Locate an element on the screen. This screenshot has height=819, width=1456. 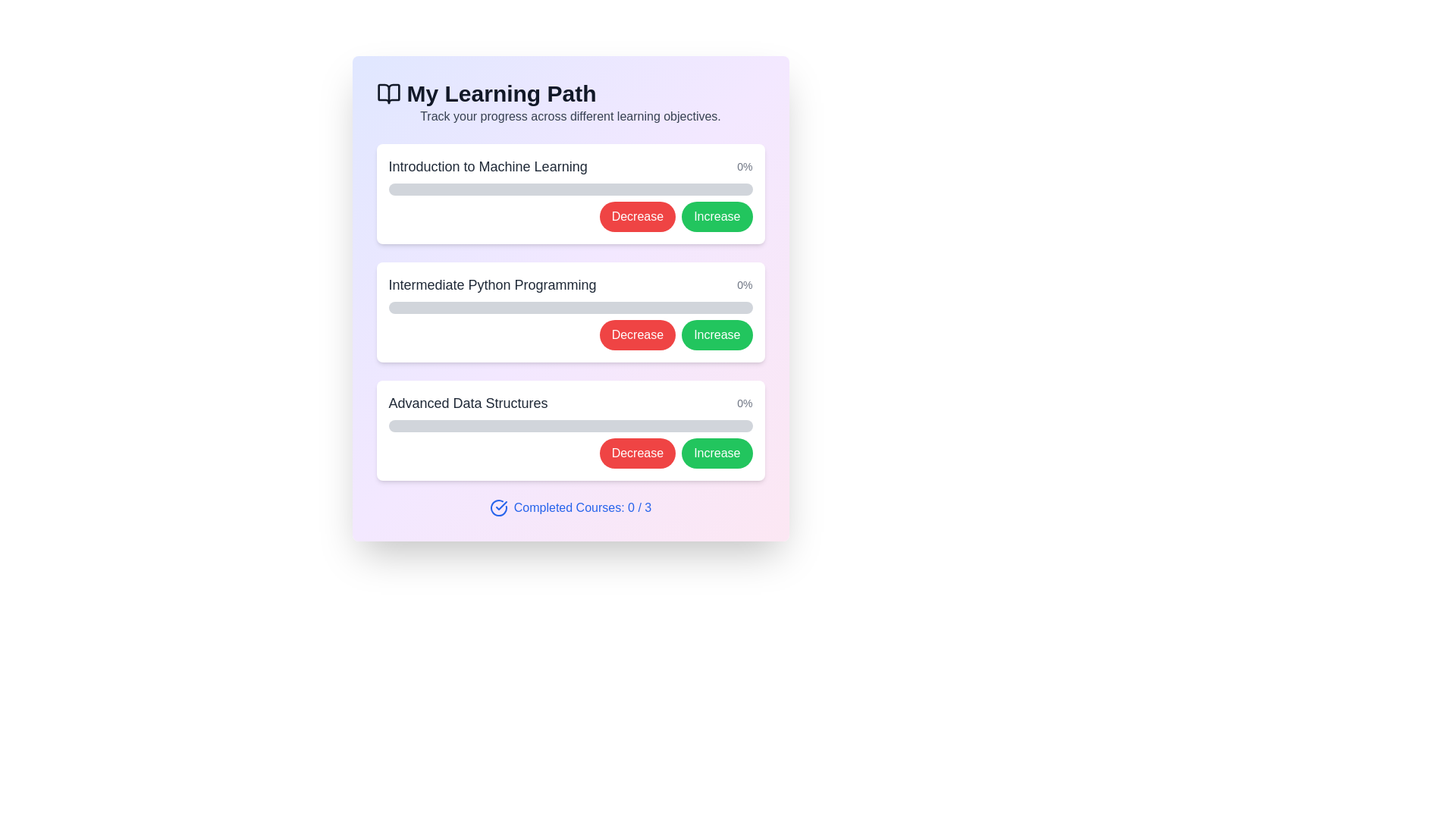
the button that decrements the value in the 'Advanced Data Structures' section is located at coordinates (637, 452).